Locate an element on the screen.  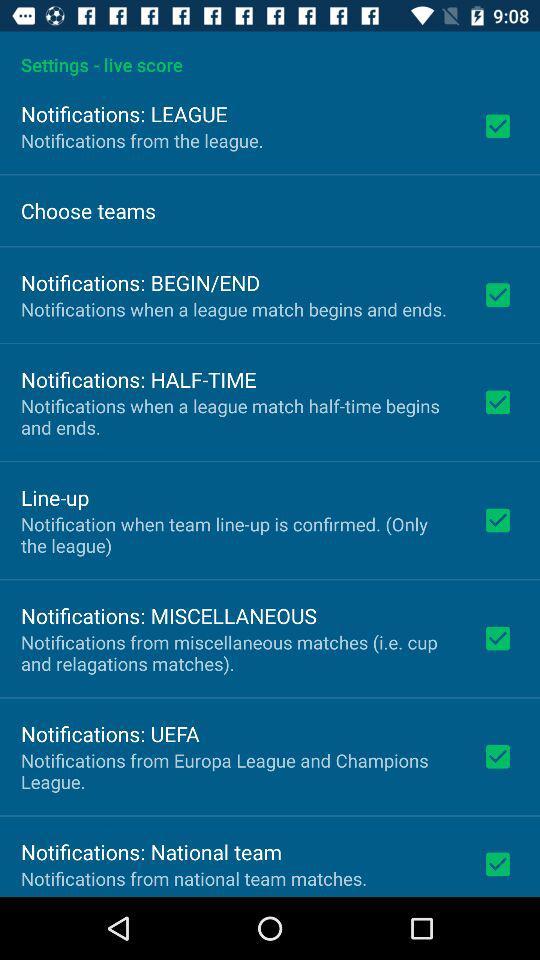
the notification when team icon is located at coordinates (238, 533).